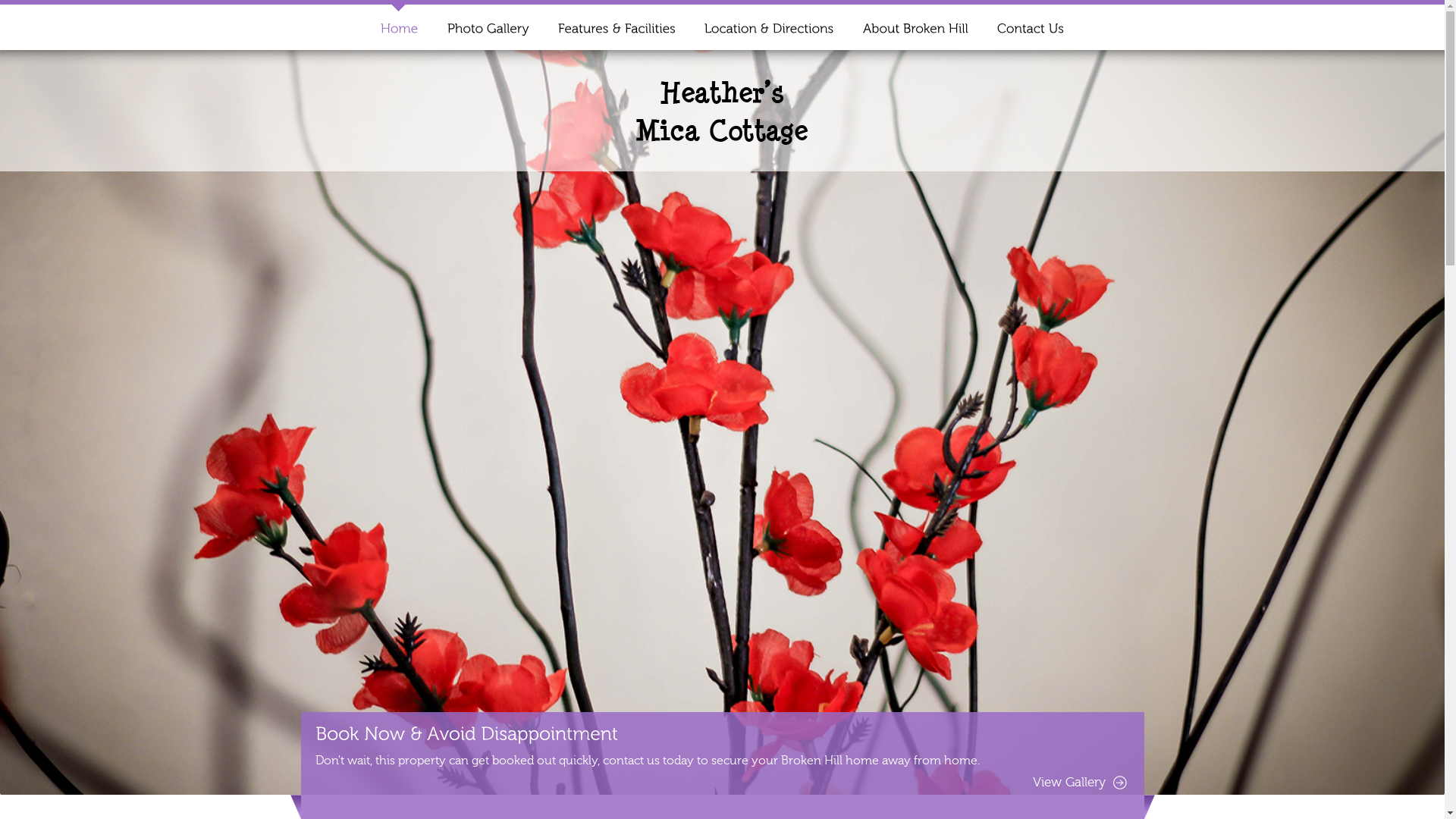  What do you see at coordinates (1032, 783) in the screenshot?
I see `'View Gallery'` at bounding box center [1032, 783].